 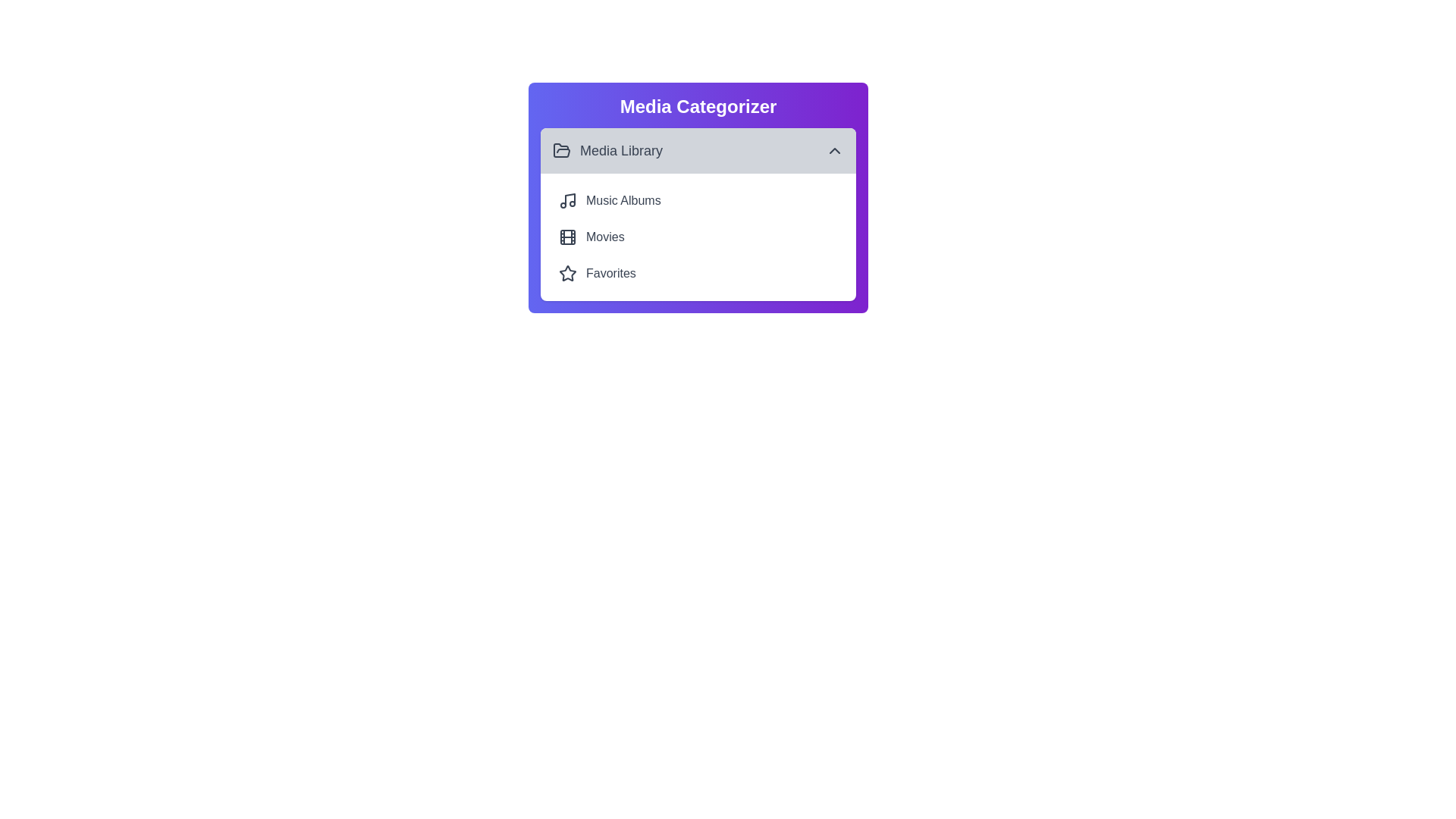 What do you see at coordinates (698, 274) in the screenshot?
I see `the item Favorites from the list` at bounding box center [698, 274].